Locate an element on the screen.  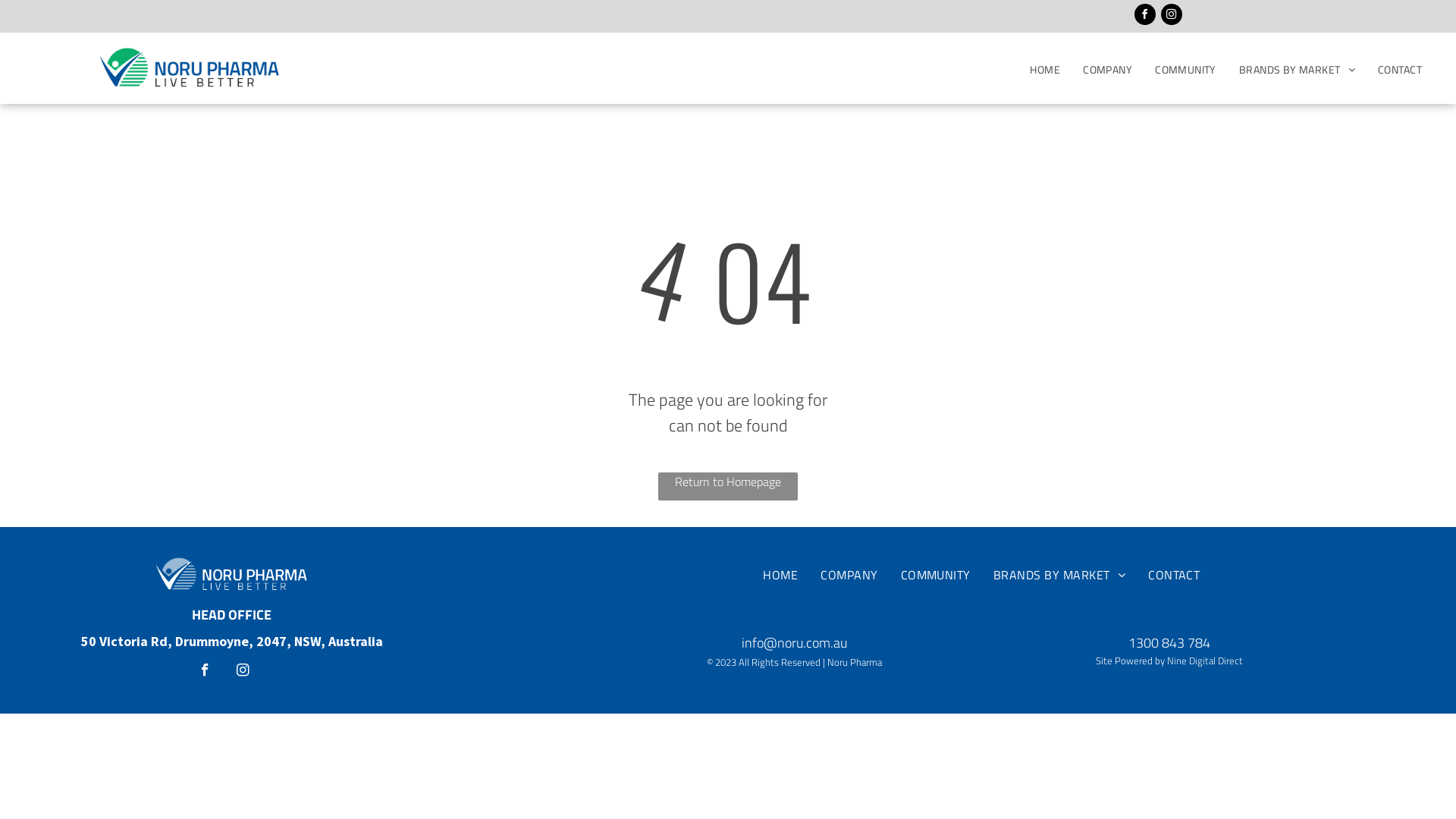
'HOME' is located at coordinates (1043, 69).